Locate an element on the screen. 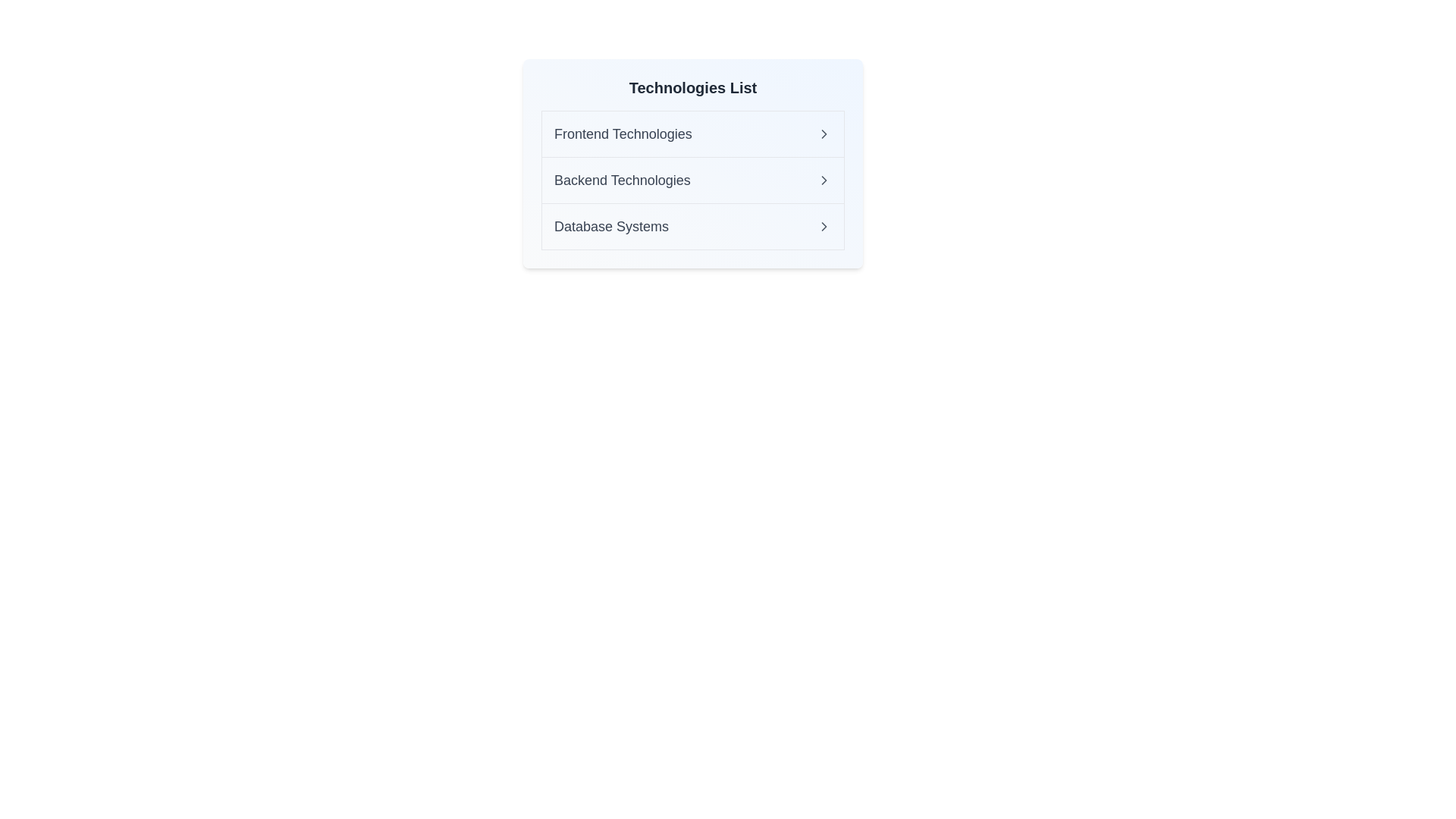 The image size is (1456, 819). the details text of the expanded item Frontend Technologies is located at coordinates (622, 133).